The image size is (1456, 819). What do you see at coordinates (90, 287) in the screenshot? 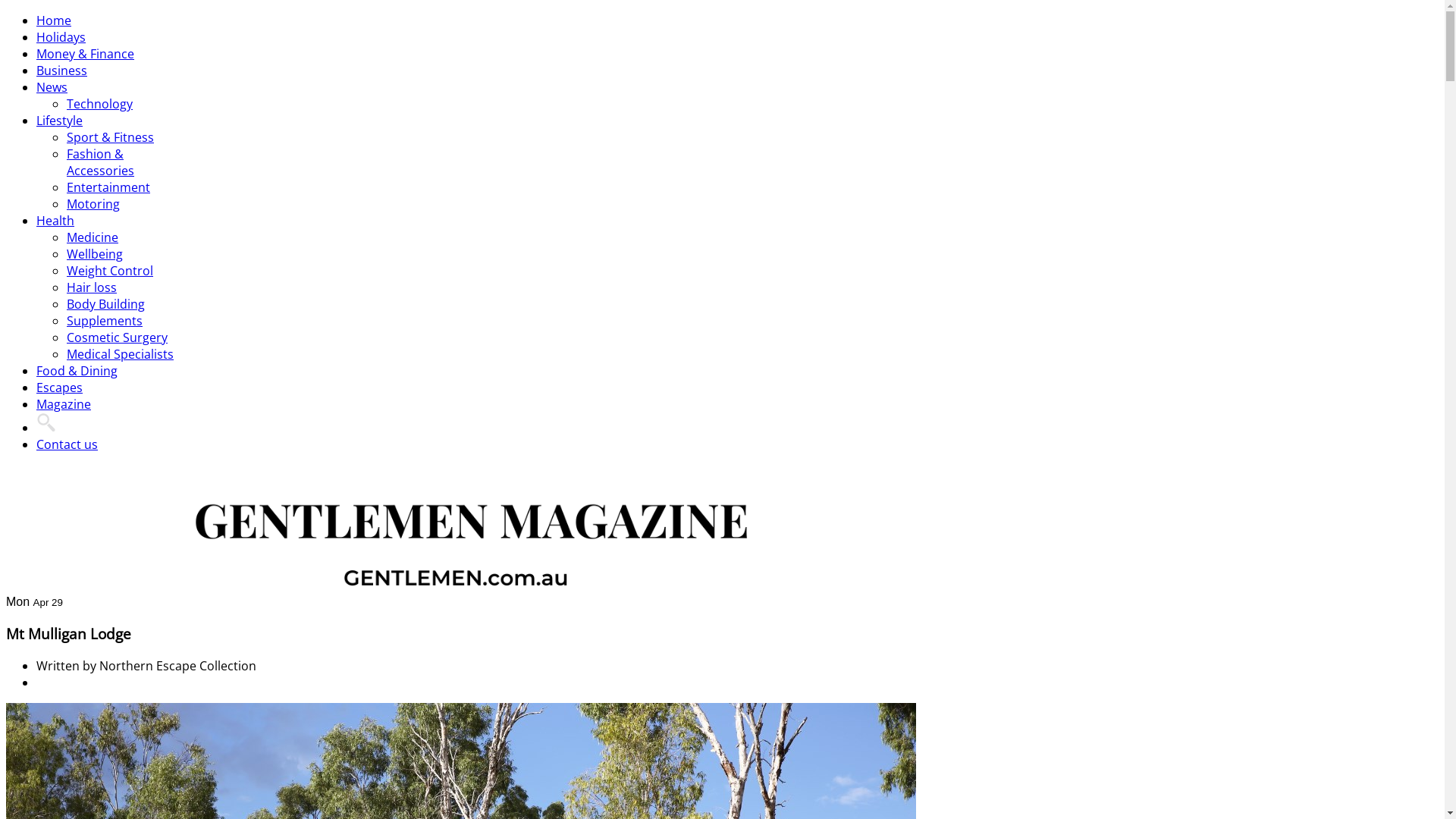
I see `'Hair loss'` at bounding box center [90, 287].